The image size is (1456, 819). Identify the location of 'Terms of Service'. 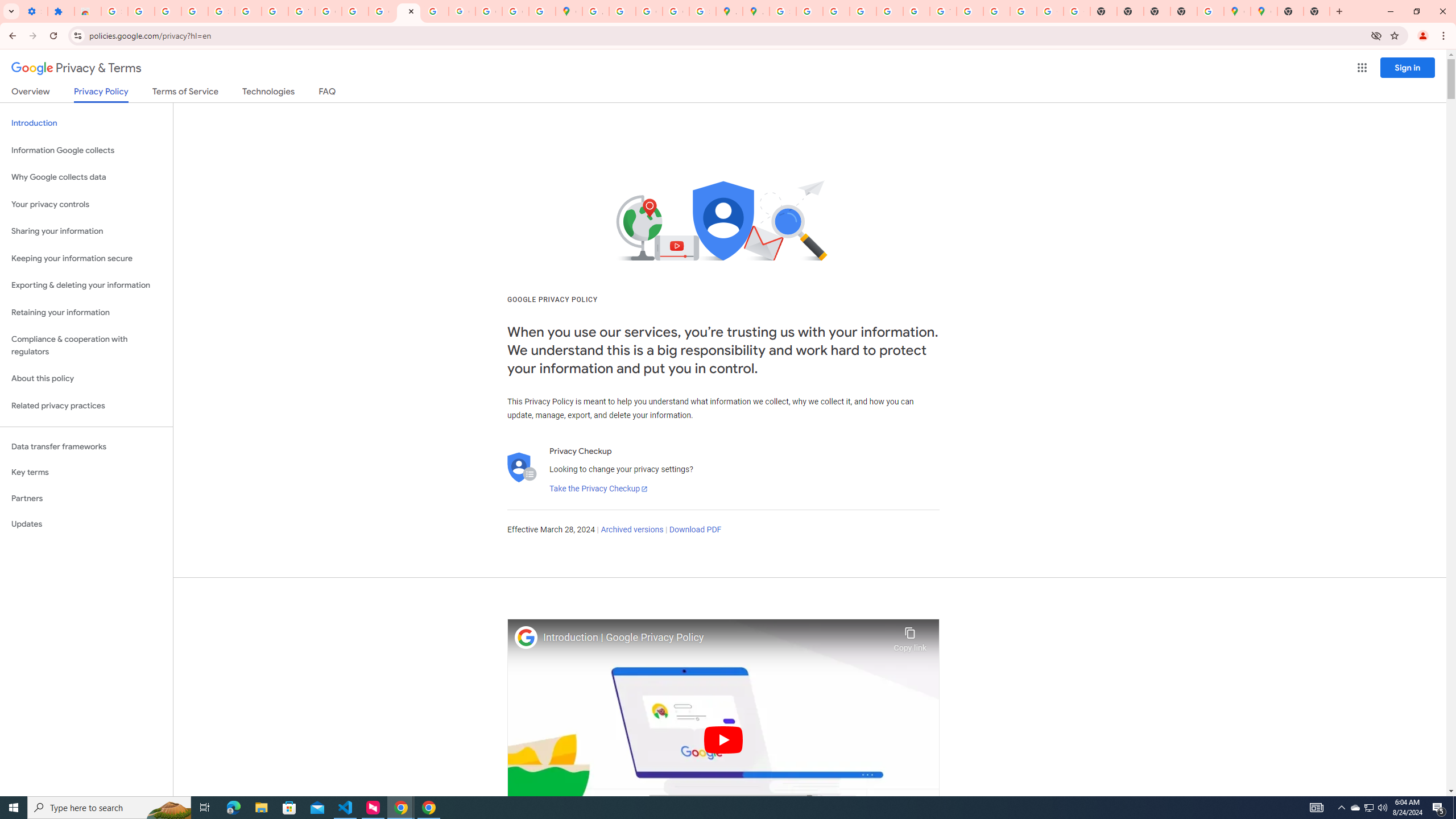
(185, 93).